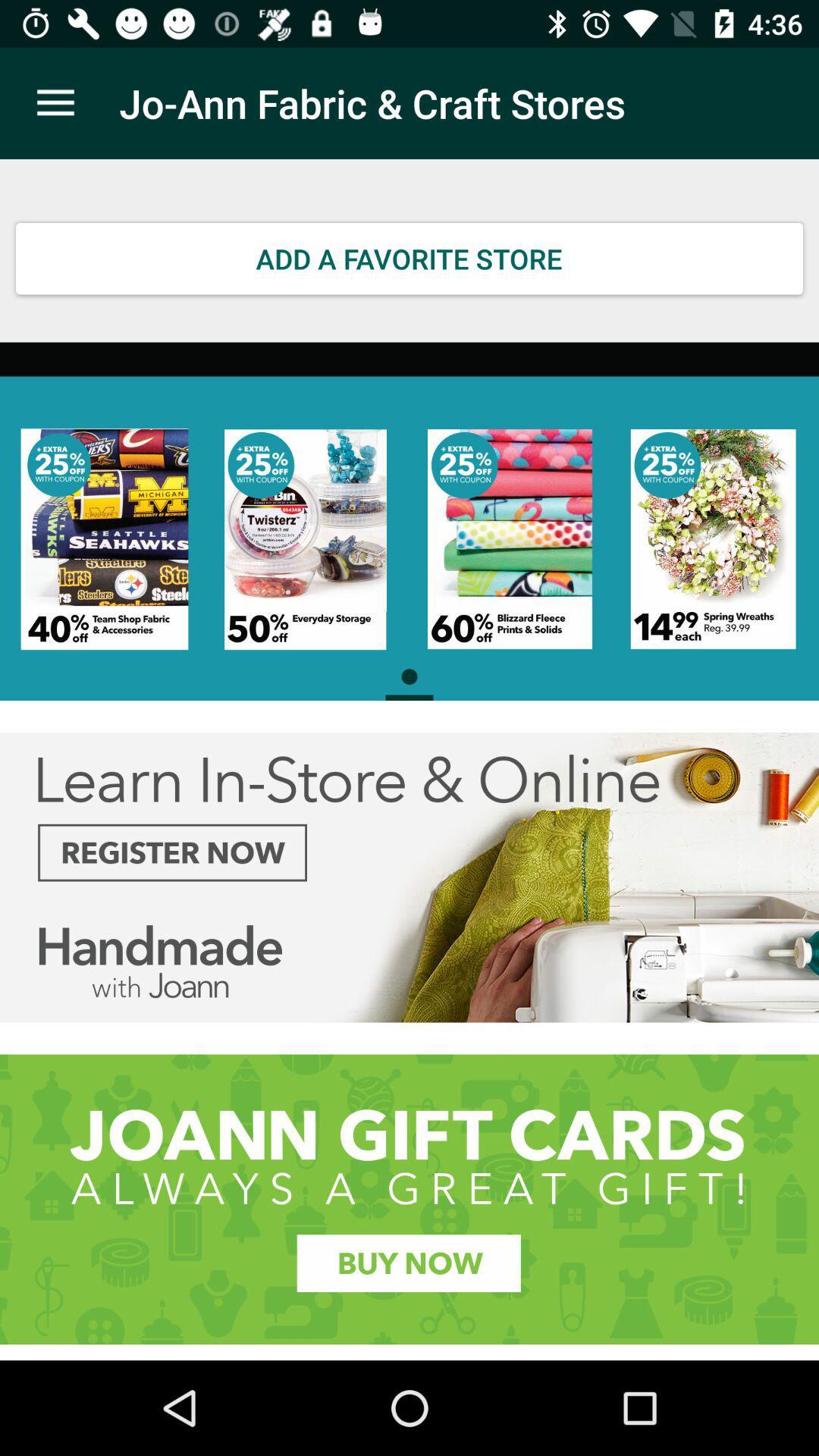  Describe the element at coordinates (409, 1198) in the screenshot. I see `search for` at that location.